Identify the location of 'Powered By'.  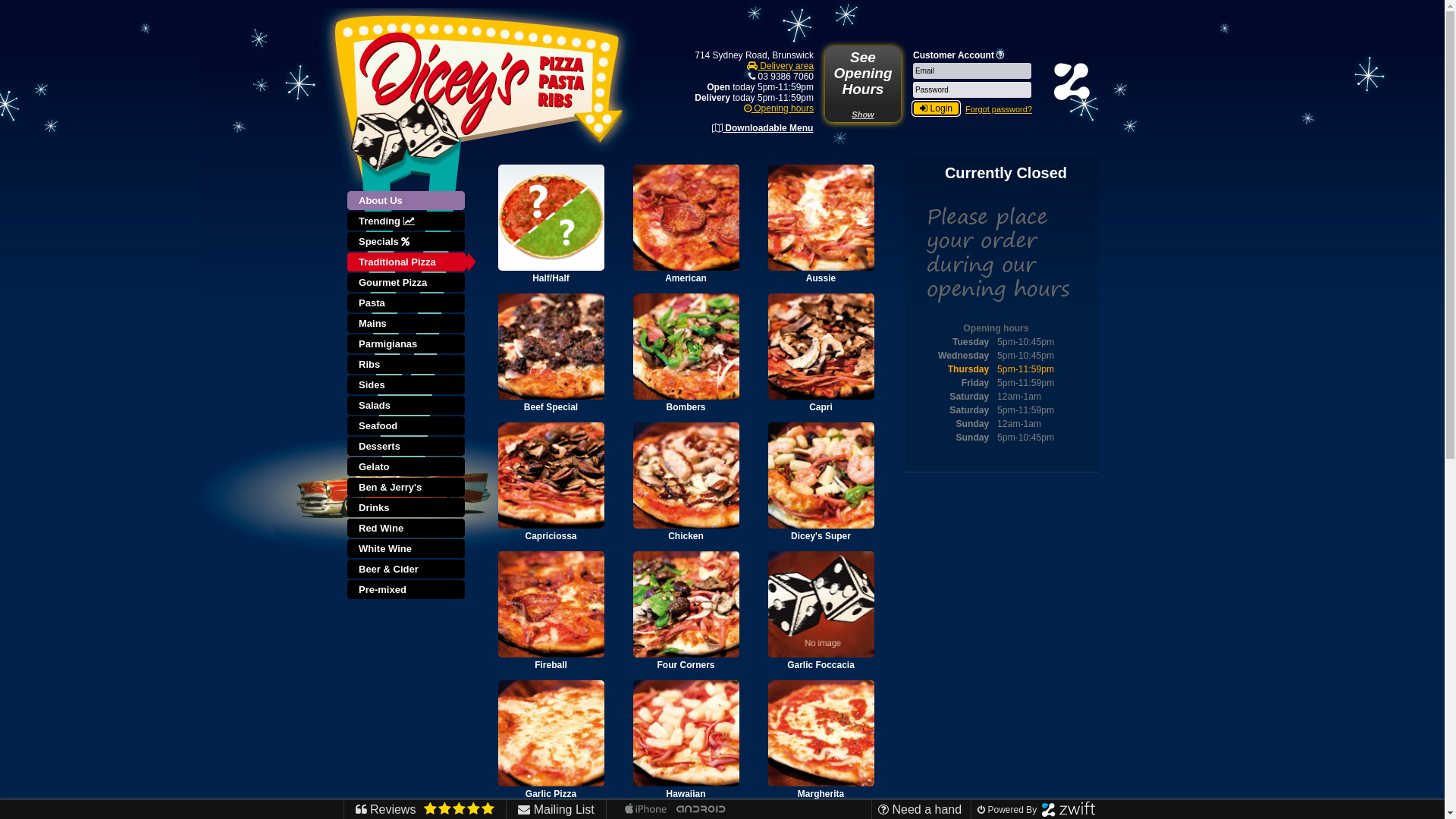
(977, 809).